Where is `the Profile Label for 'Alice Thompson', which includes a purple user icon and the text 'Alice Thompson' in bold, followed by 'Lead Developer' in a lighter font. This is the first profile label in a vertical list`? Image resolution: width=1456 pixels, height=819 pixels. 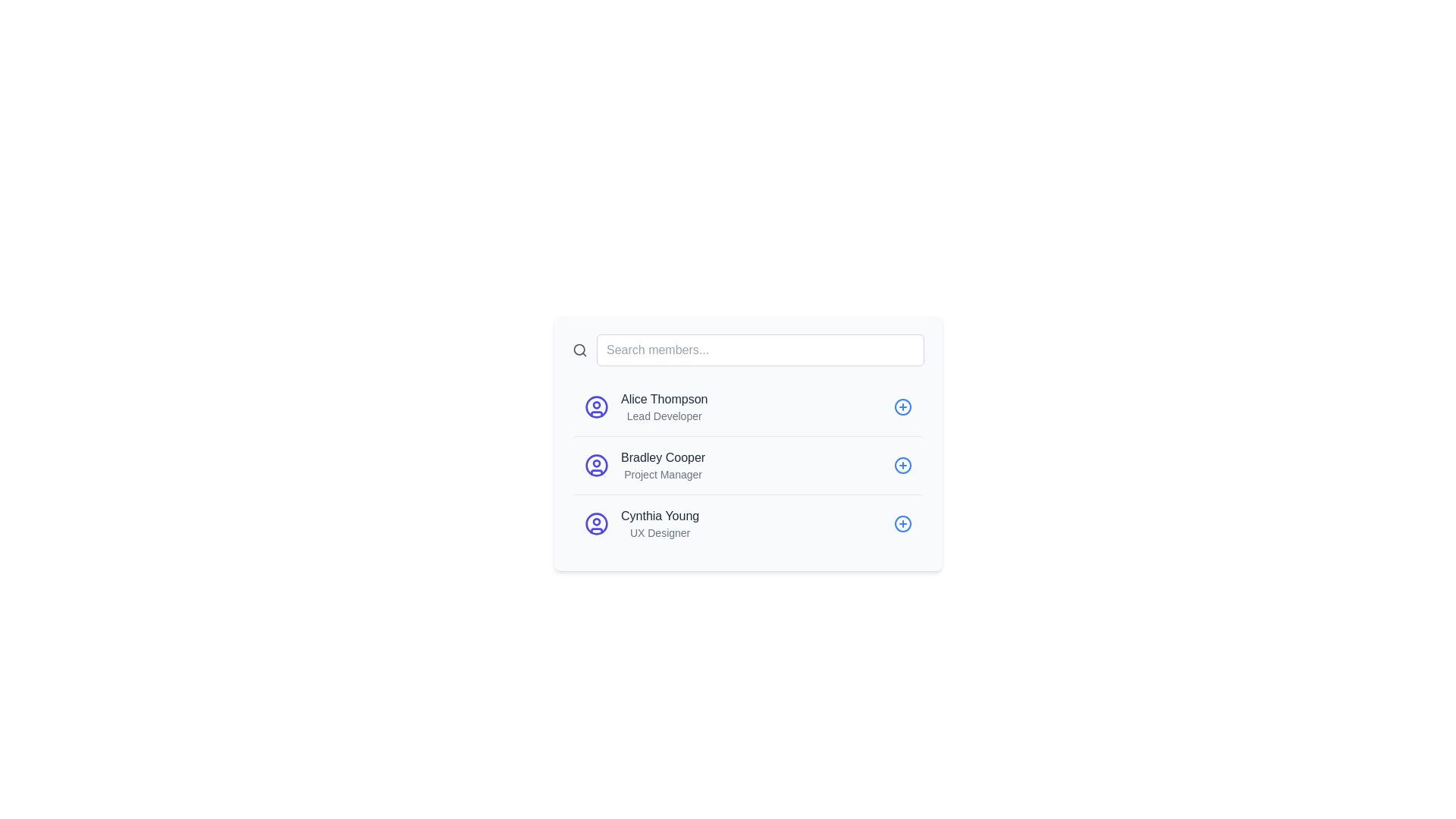
the Profile Label for 'Alice Thompson', which includes a purple user icon and the text 'Alice Thompson' in bold, followed by 'Lead Developer' in a lighter font. This is the first profile label in a vertical list is located at coordinates (646, 406).